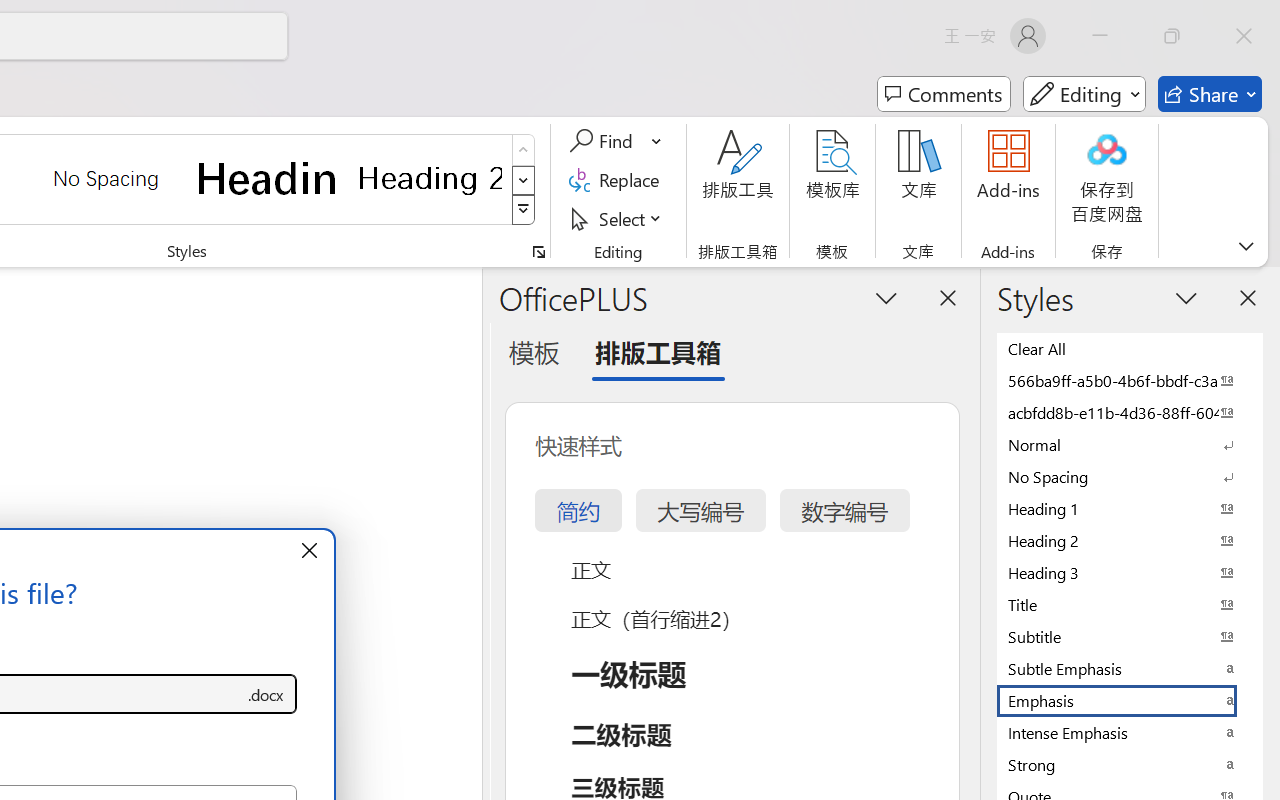 This screenshot has height=800, width=1280. I want to click on 'Mode', so click(1083, 94).